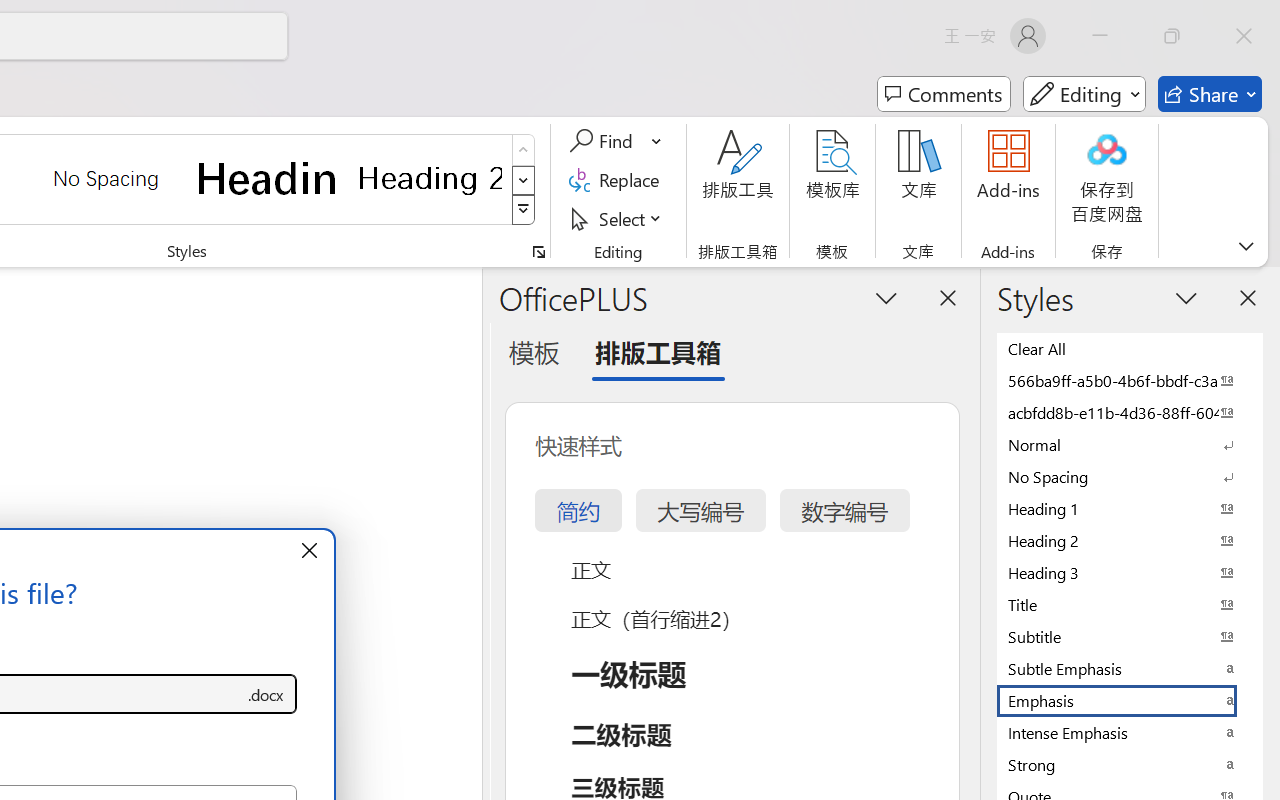 This screenshot has height=800, width=1280. I want to click on 'Mode', so click(1083, 94).